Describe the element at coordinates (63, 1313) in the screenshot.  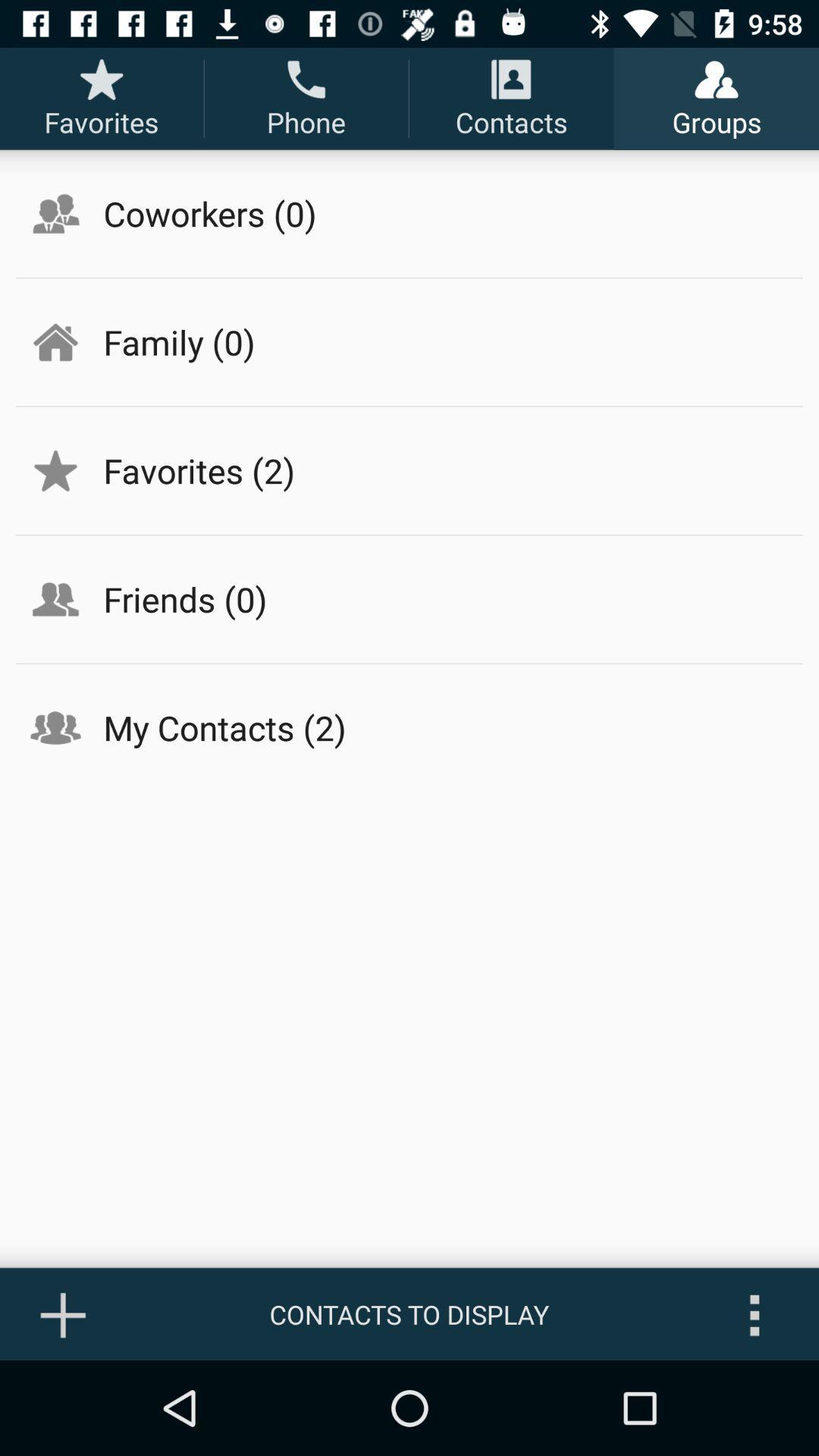
I see `the icon to the left of contacts to display` at that location.